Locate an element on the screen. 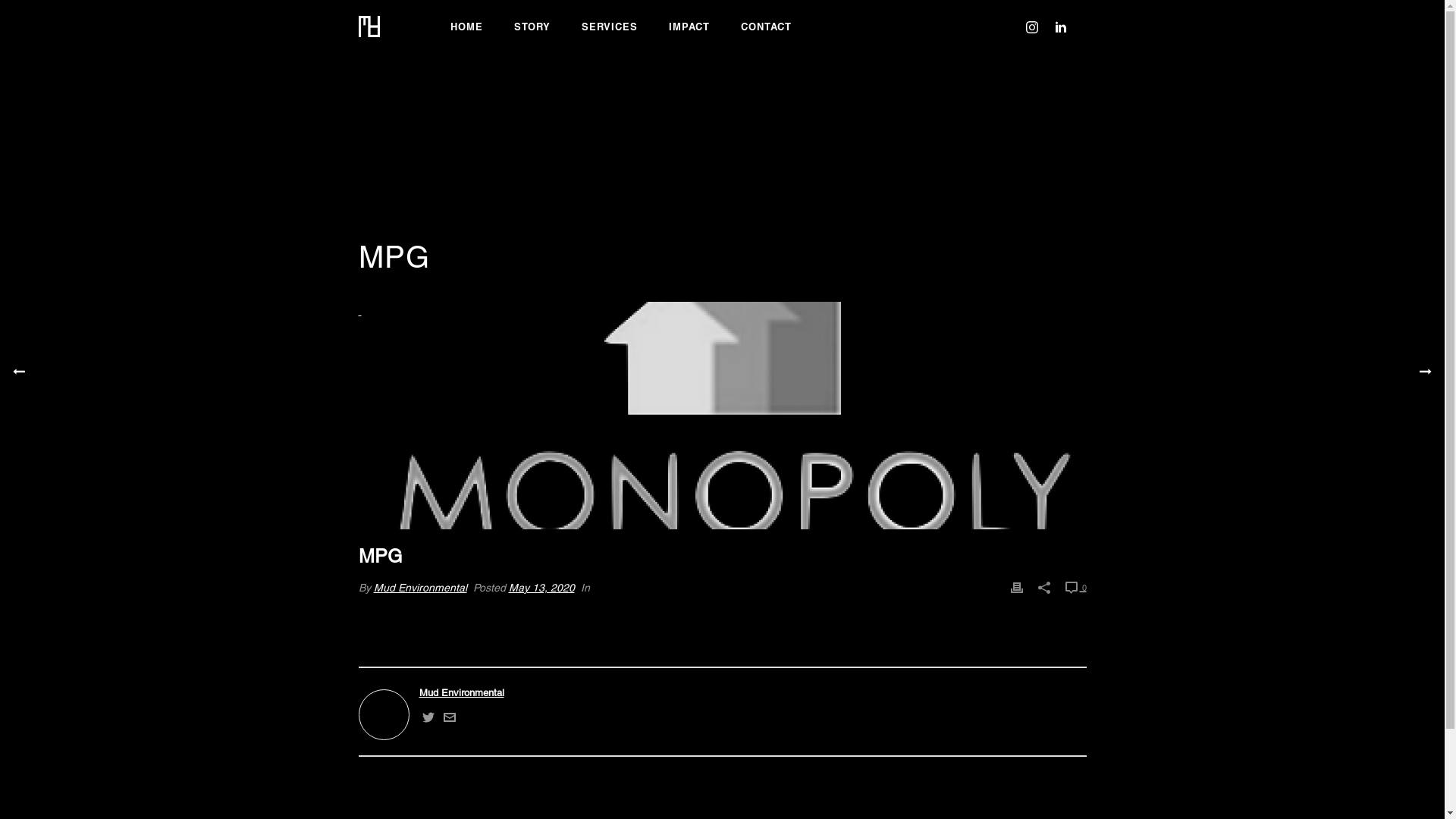  'Follow me on Twitter' is located at coordinates (427, 719).